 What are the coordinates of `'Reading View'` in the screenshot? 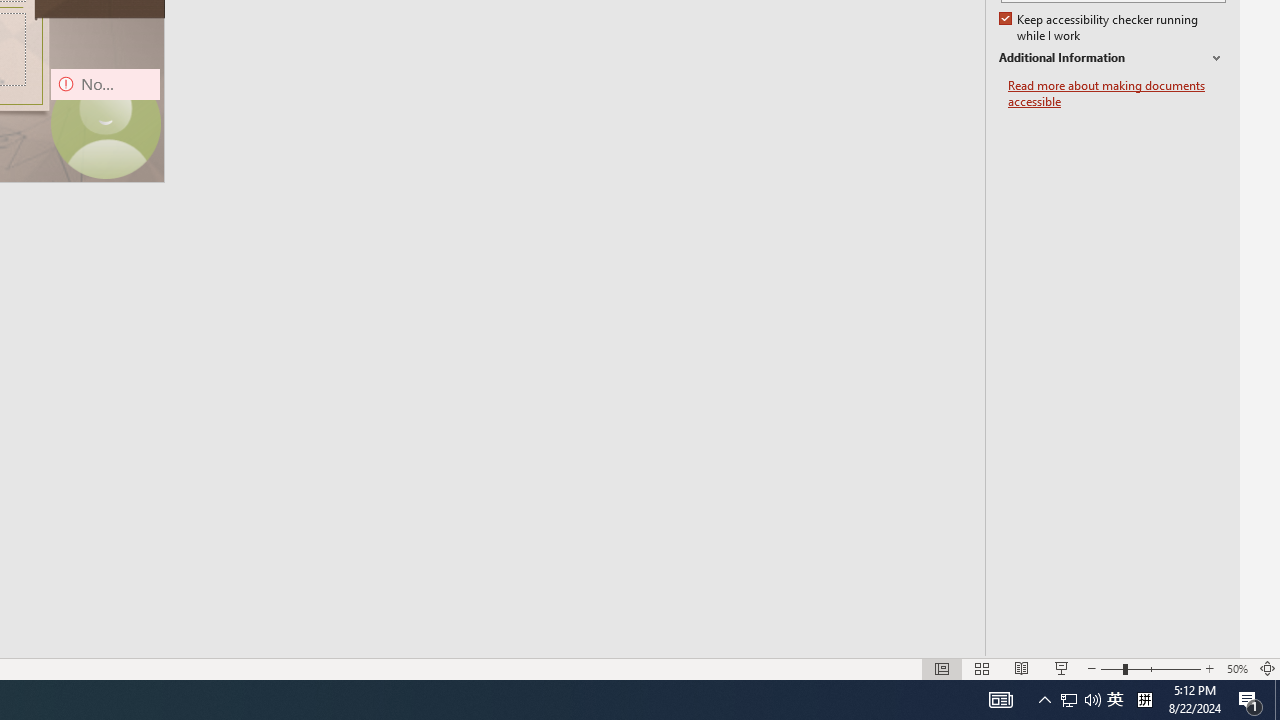 It's located at (1022, 669).